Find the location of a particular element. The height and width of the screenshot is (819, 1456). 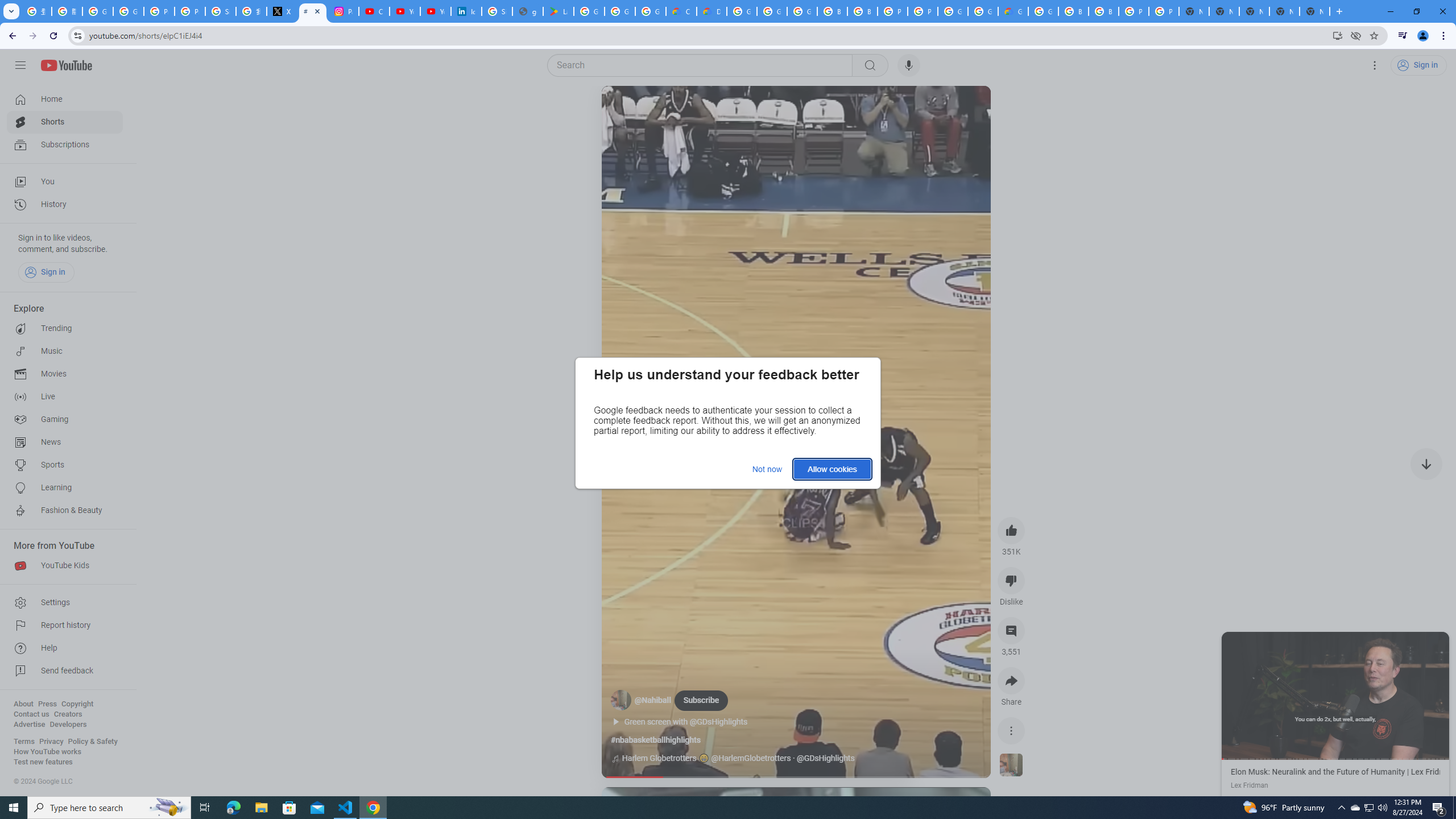

'Play (k)' is located at coordinates (623, 107).